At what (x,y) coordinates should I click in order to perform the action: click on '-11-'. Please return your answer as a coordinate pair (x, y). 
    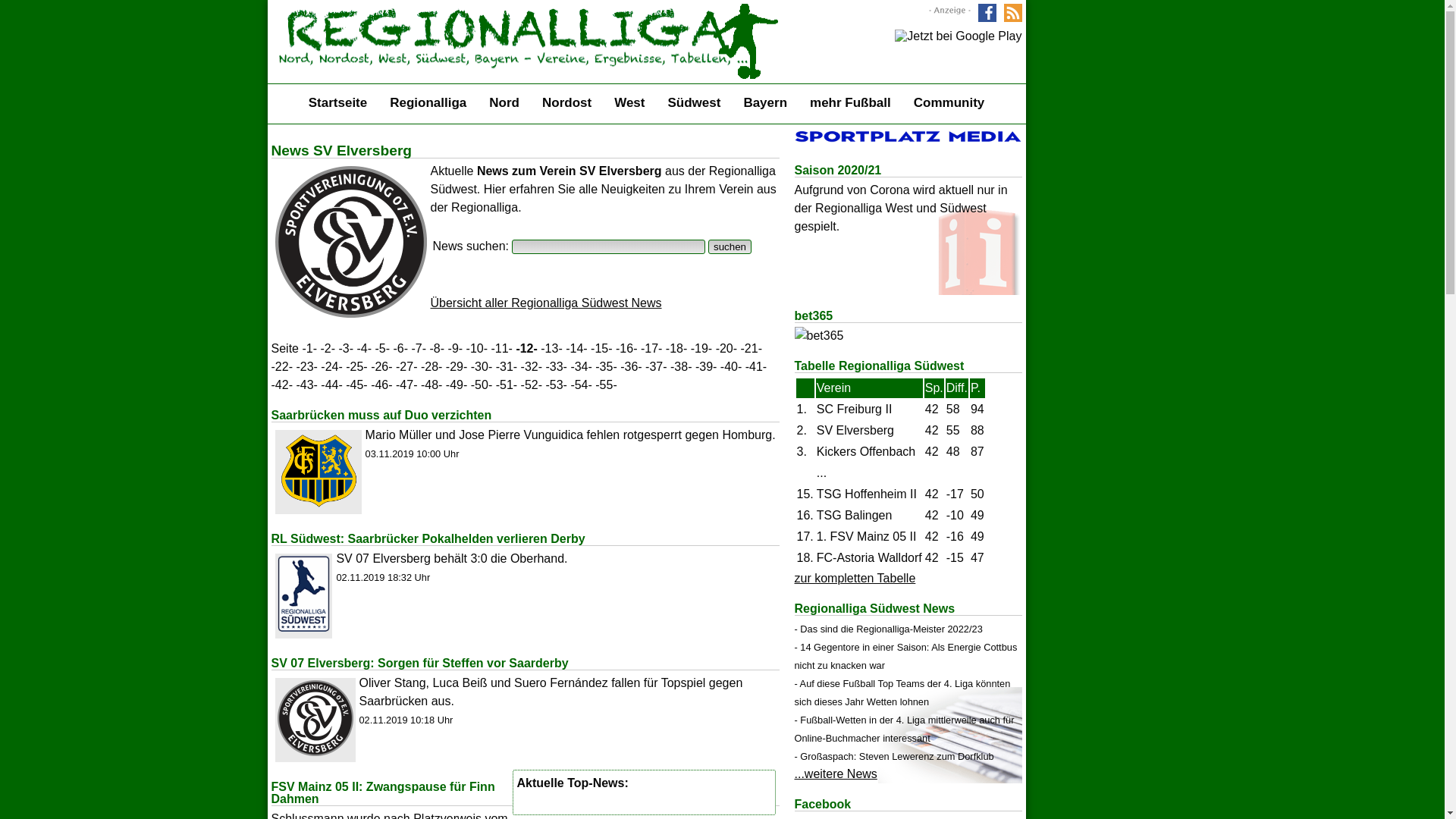
    Looking at the image, I should click on (491, 348).